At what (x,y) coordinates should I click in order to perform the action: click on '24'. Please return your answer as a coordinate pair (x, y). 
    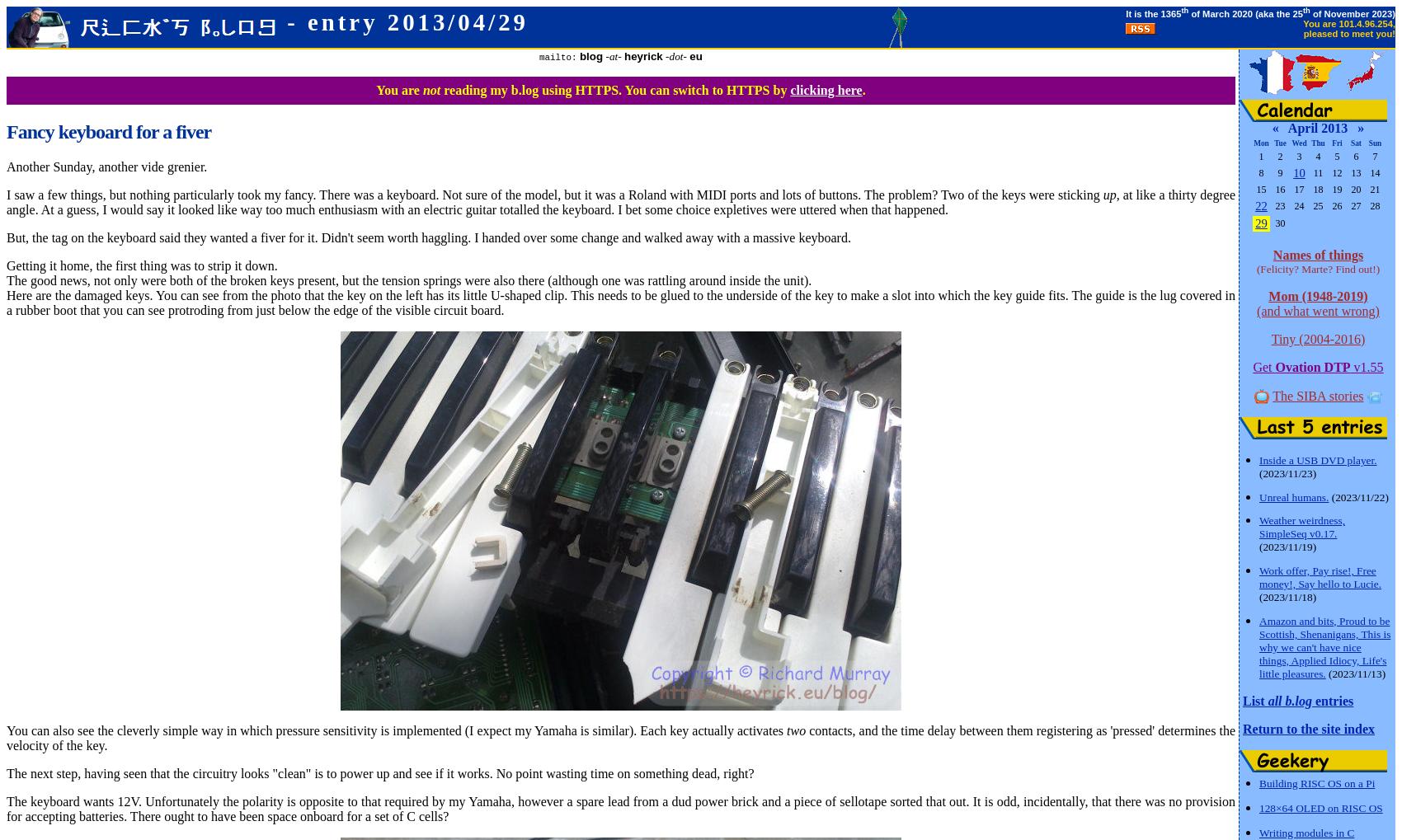
    Looking at the image, I should click on (1299, 205).